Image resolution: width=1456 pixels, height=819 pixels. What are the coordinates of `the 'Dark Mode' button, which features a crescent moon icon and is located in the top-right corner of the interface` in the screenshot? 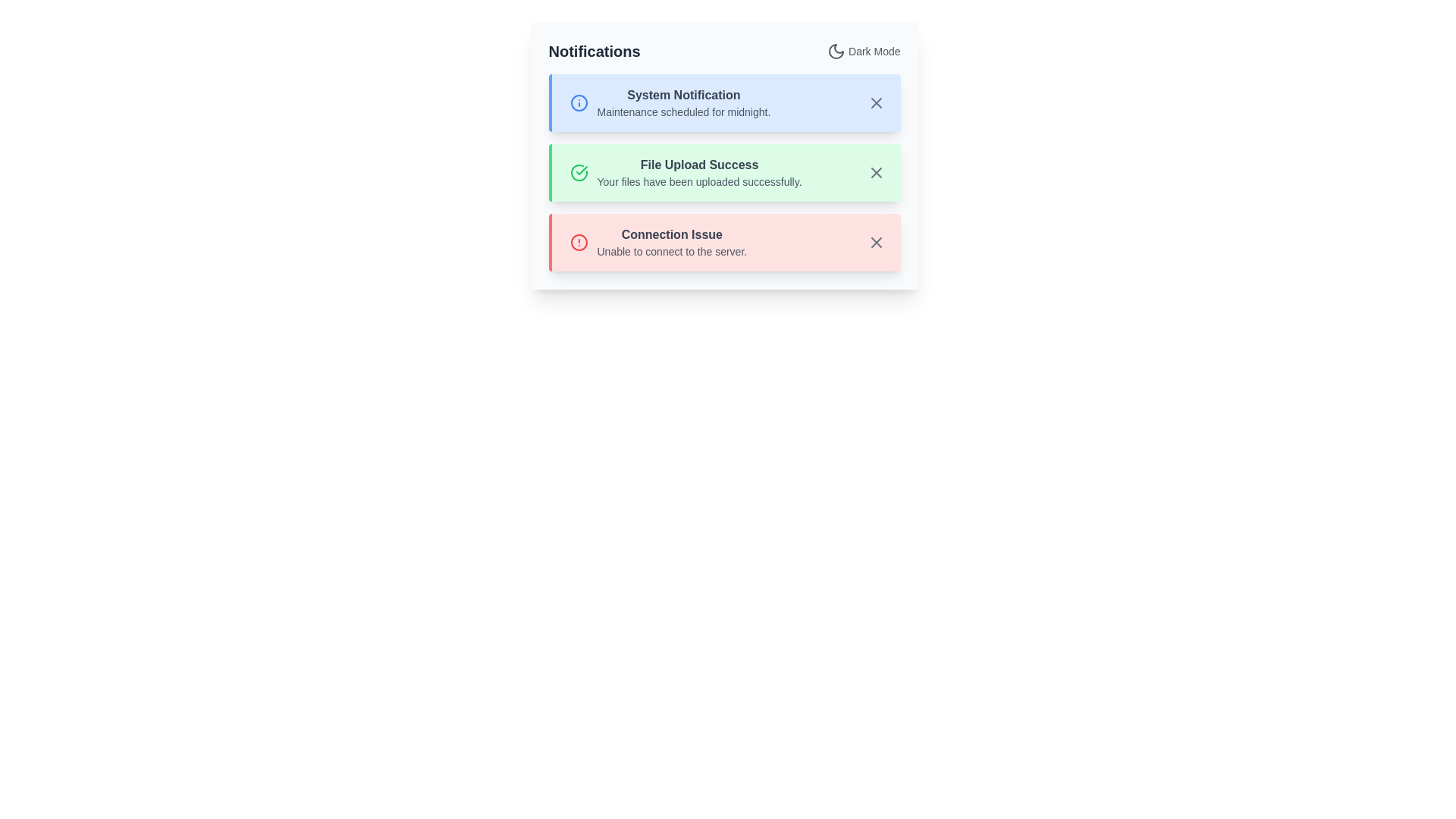 It's located at (864, 51).